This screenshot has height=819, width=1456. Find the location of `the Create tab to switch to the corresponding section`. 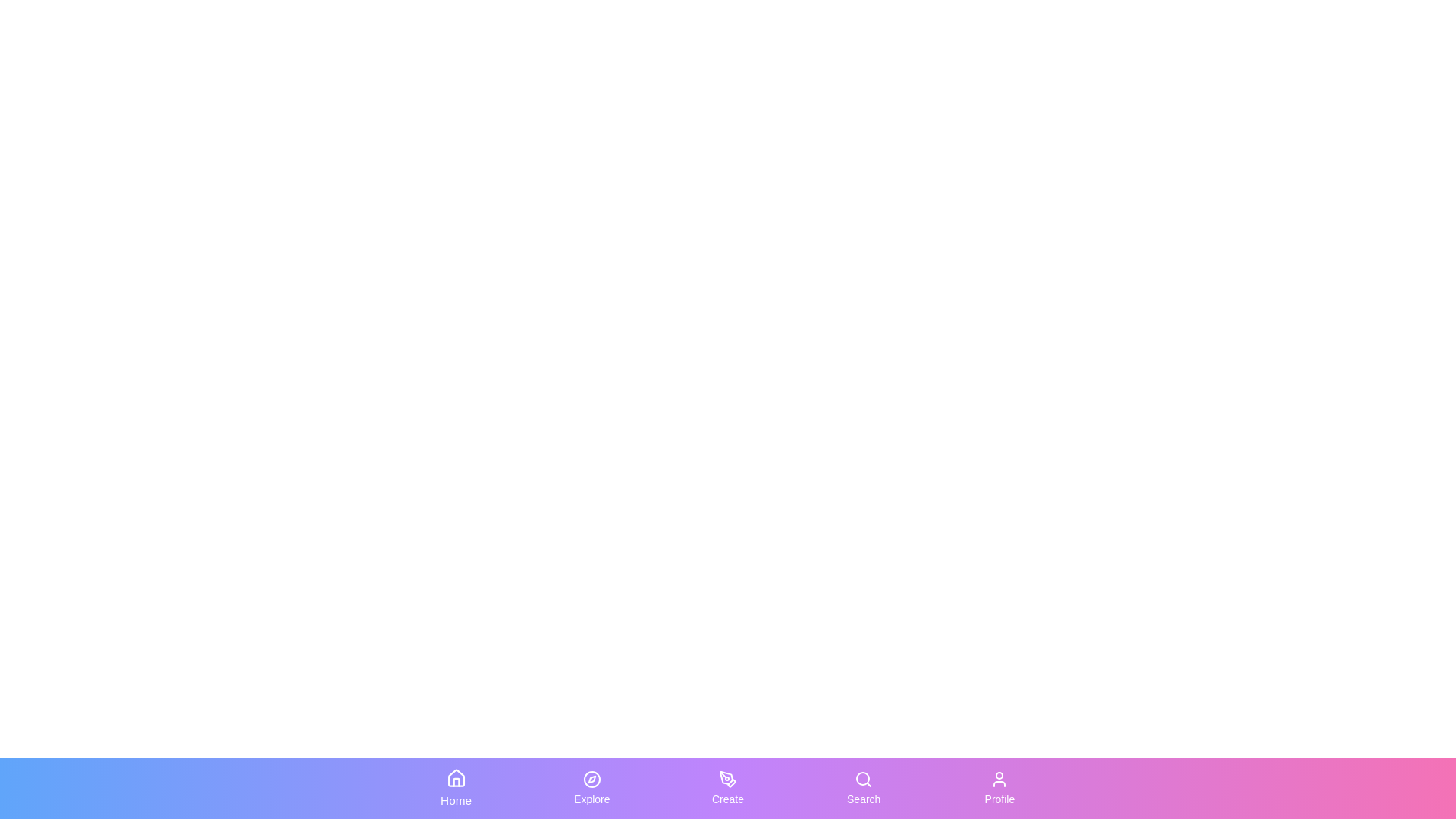

the Create tab to switch to the corresponding section is located at coordinates (728, 788).